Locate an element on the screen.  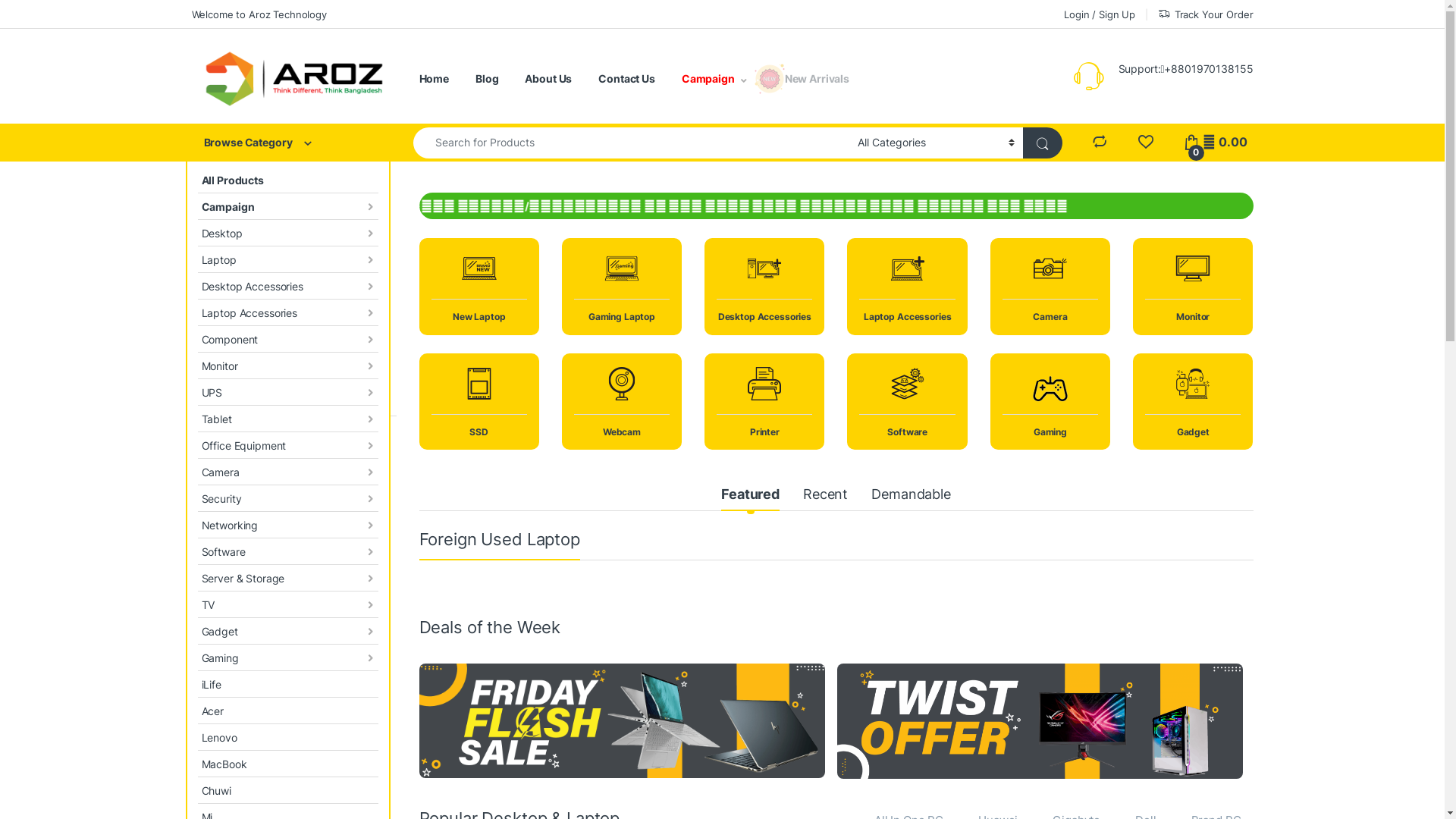
'Lenovo' is located at coordinates (287, 736).